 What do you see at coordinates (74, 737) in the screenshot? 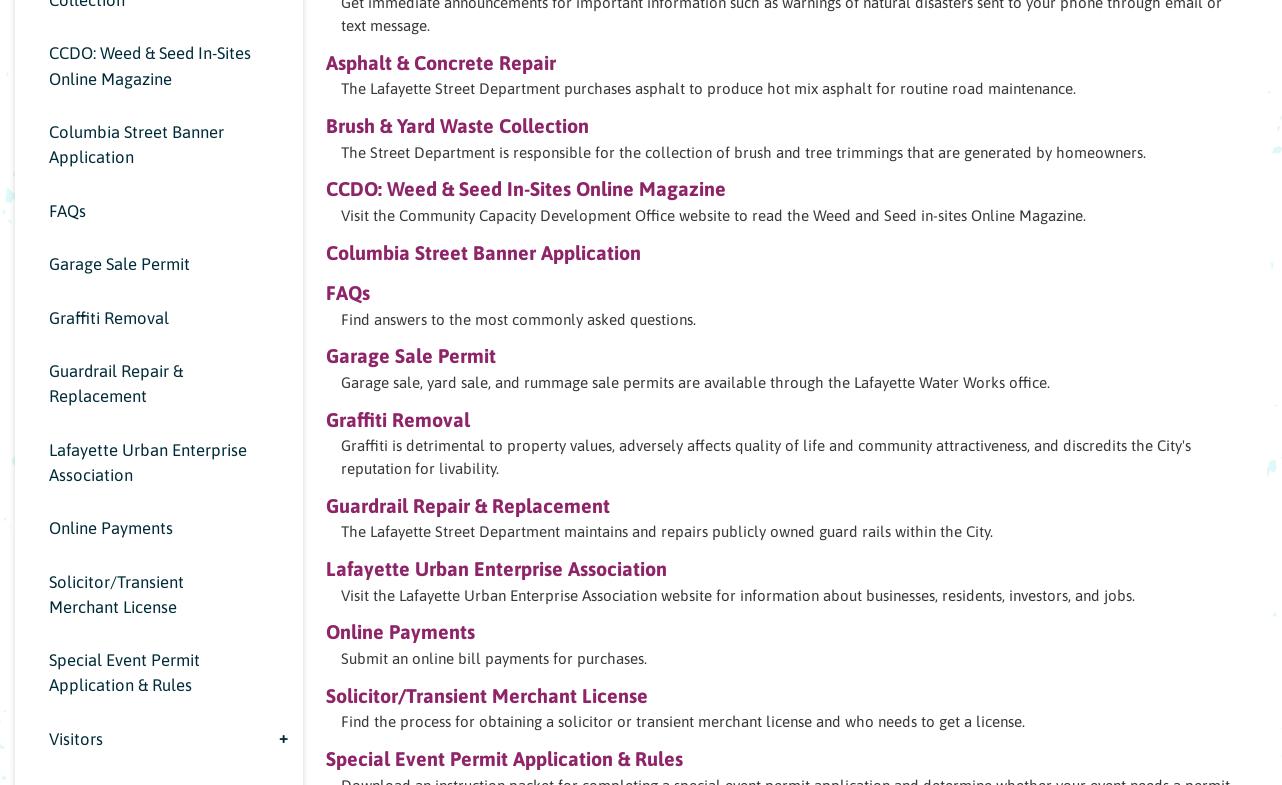
I see `'Visitors'` at bounding box center [74, 737].